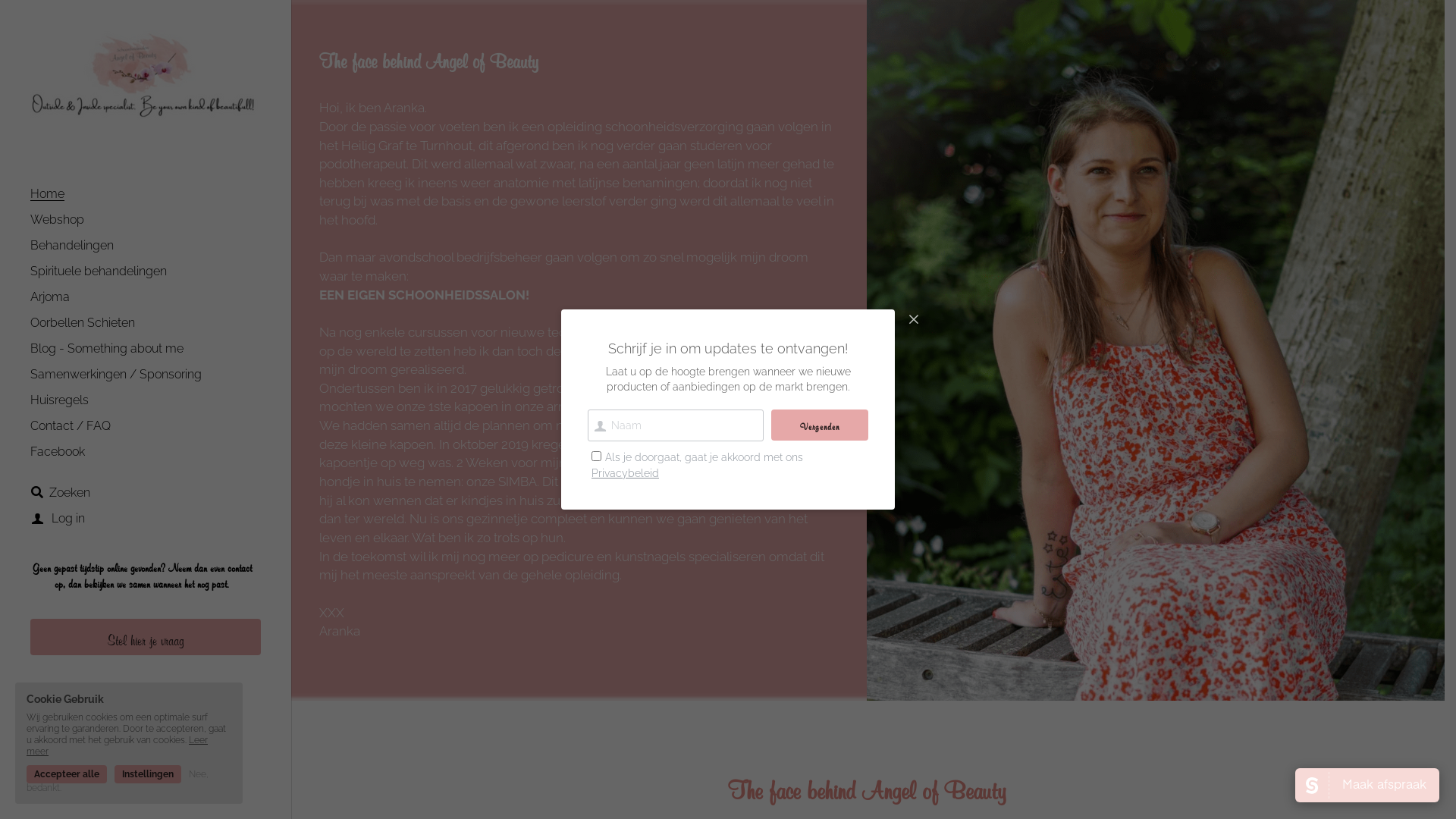  Describe the element at coordinates (30, 193) in the screenshot. I see `'Home'` at that location.